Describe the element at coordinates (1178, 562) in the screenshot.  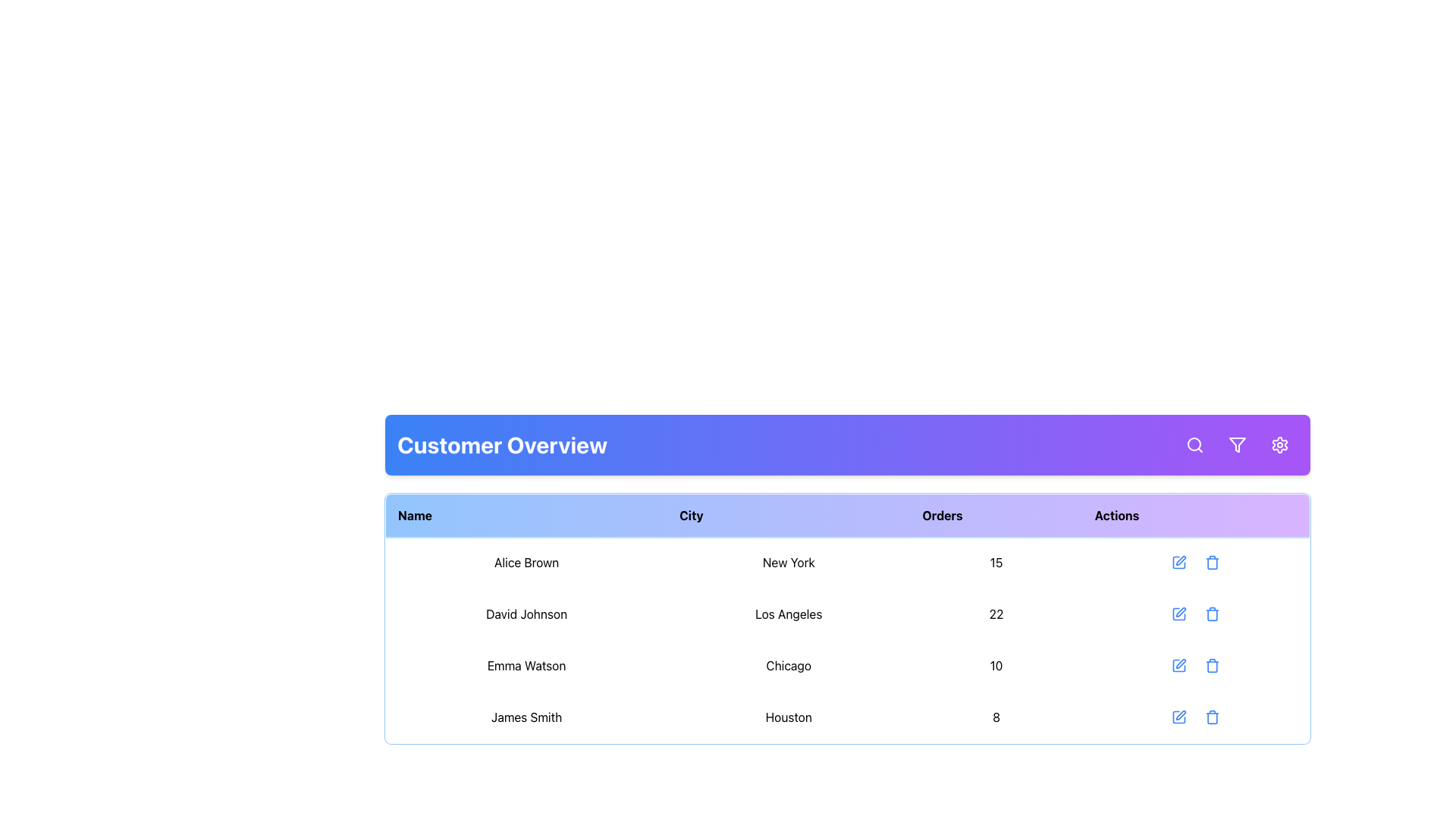
I see `the edit button in the Actions column for the entry of 'Alice Brown'` at that location.